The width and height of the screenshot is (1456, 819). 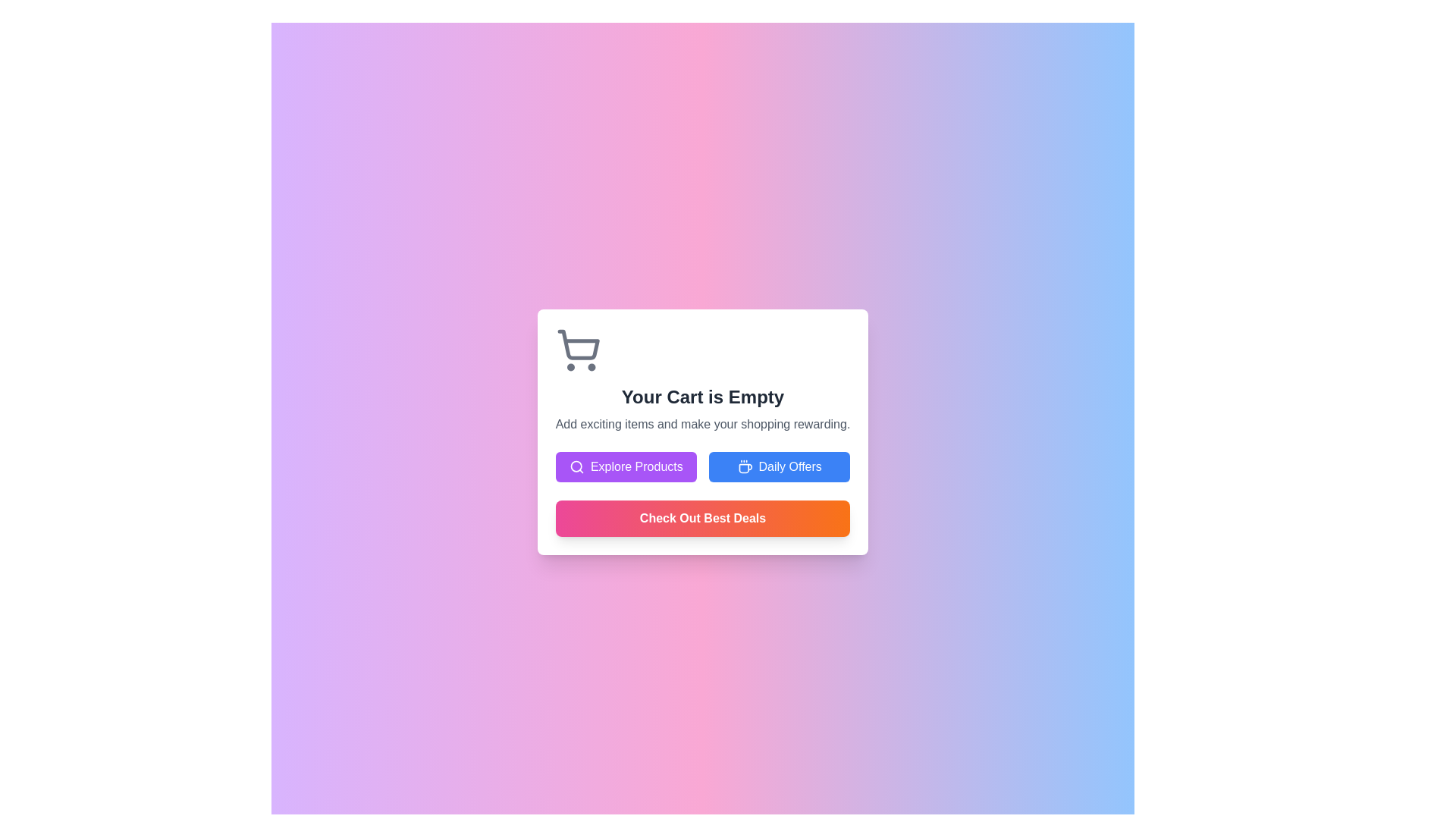 What do you see at coordinates (577, 350) in the screenshot?
I see `the shopping cart icon located at the top left corner of the card, which serves as an indicator for the empty cart status` at bounding box center [577, 350].